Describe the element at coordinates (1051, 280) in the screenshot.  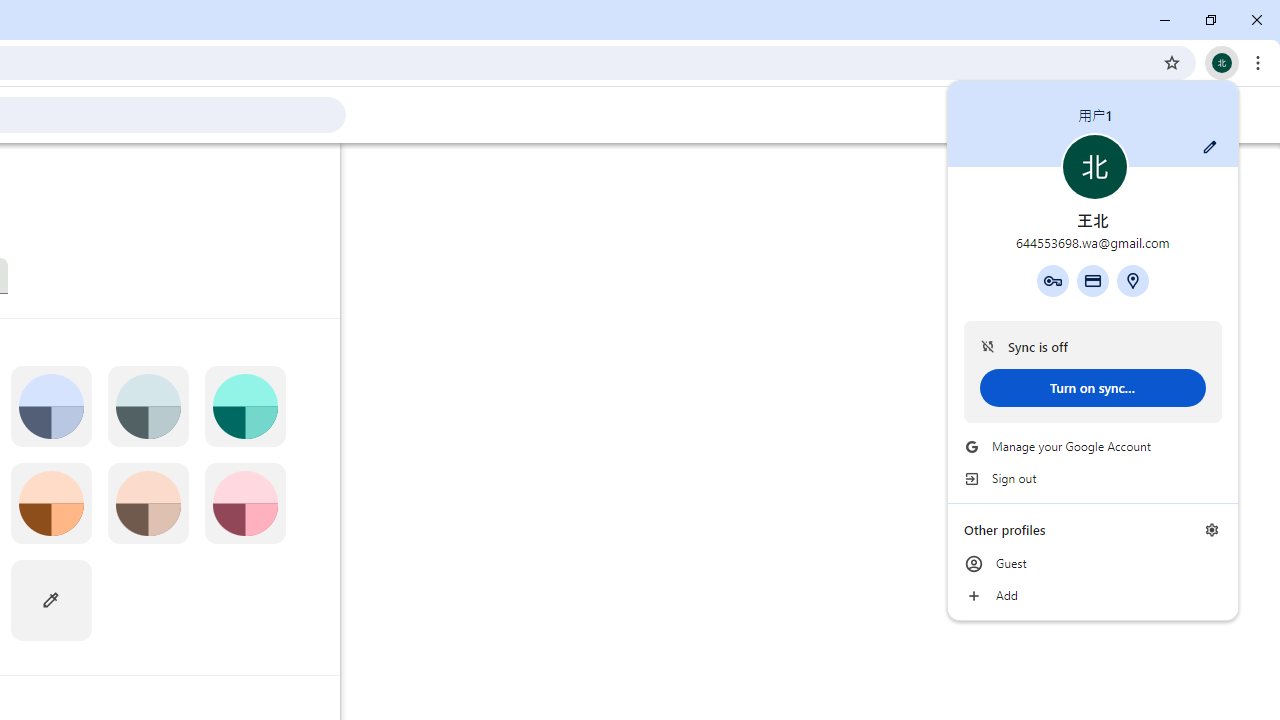
I see `'Google Password Manager'` at that location.